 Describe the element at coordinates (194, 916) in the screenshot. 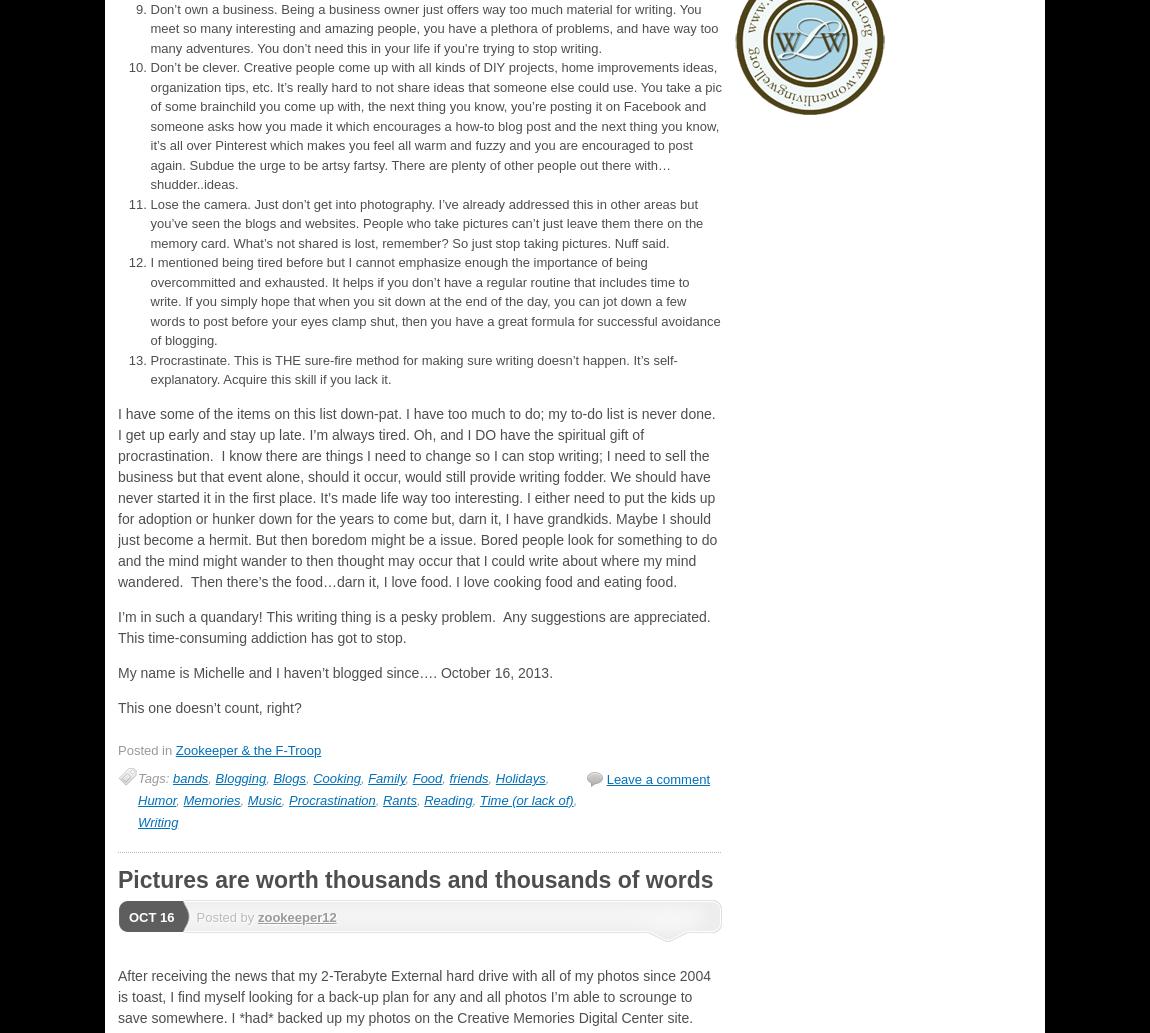

I see `'Posted by'` at that location.